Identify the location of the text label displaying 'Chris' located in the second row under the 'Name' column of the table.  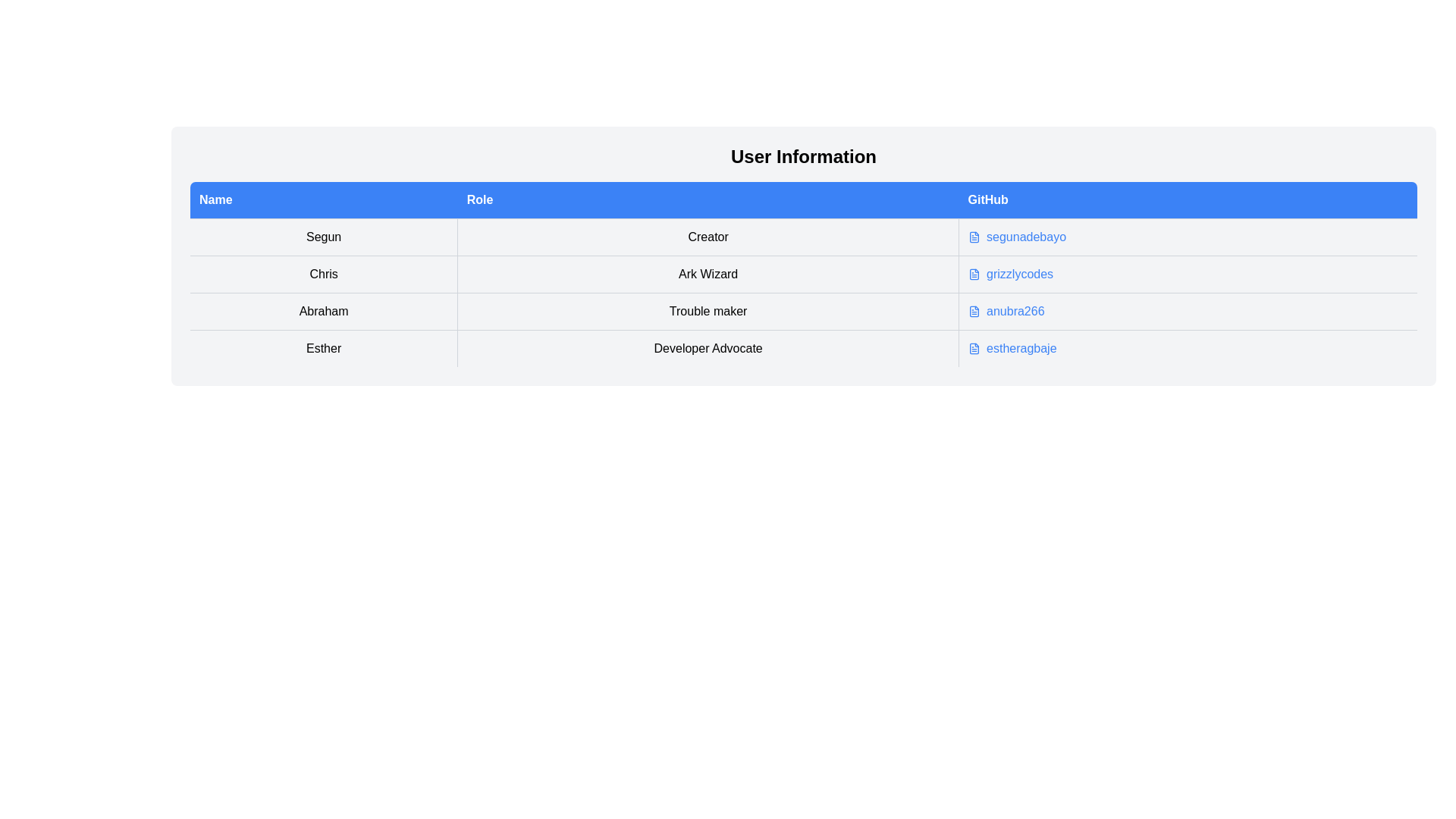
(323, 275).